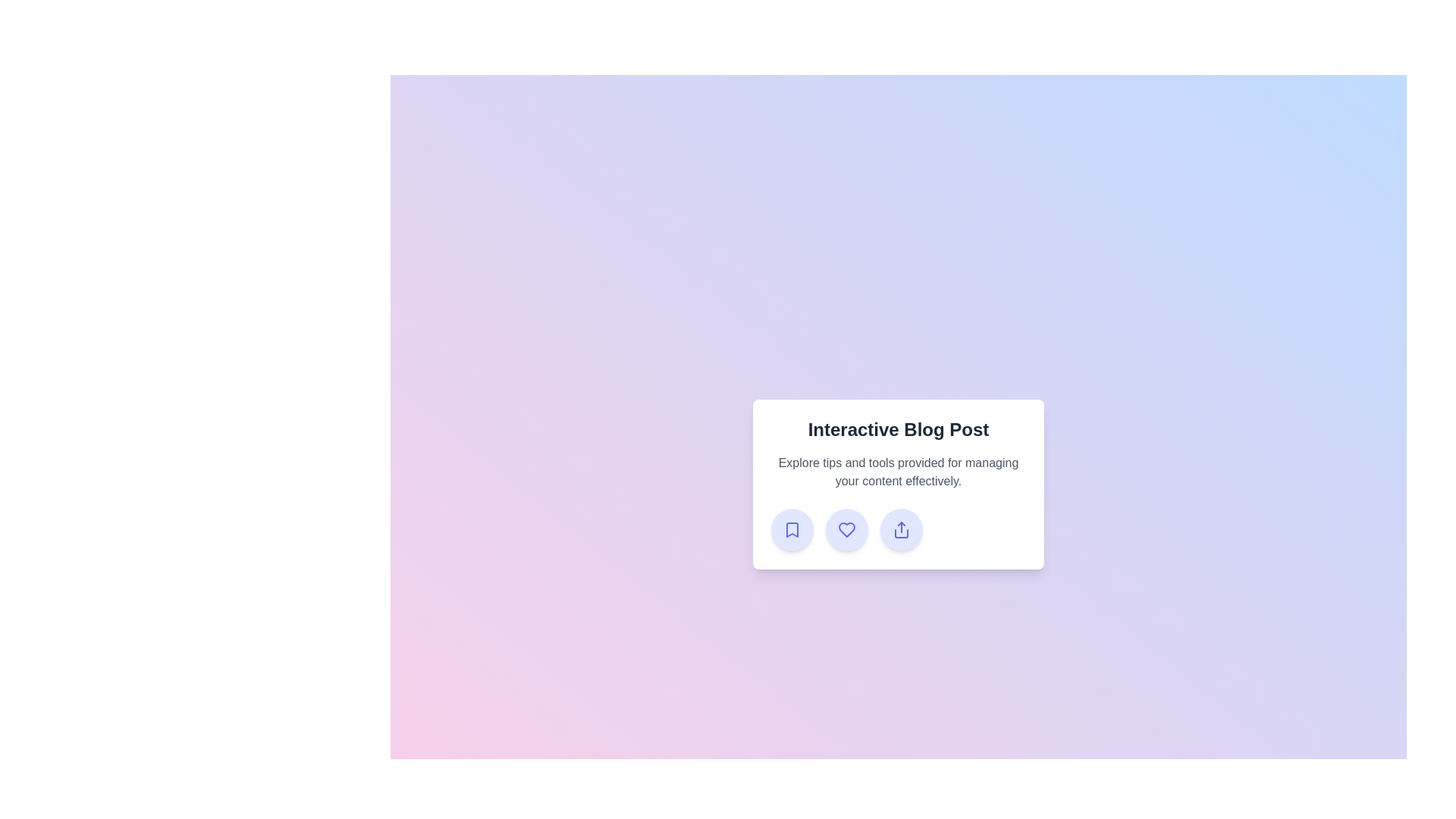  What do you see at coordinates (792, 529) in the screenshot?
I see `the circular icon button with a bookmark symbol inside, which is the leftmost icon in a horizontal row of three icons` at bounding box center [792, 529].